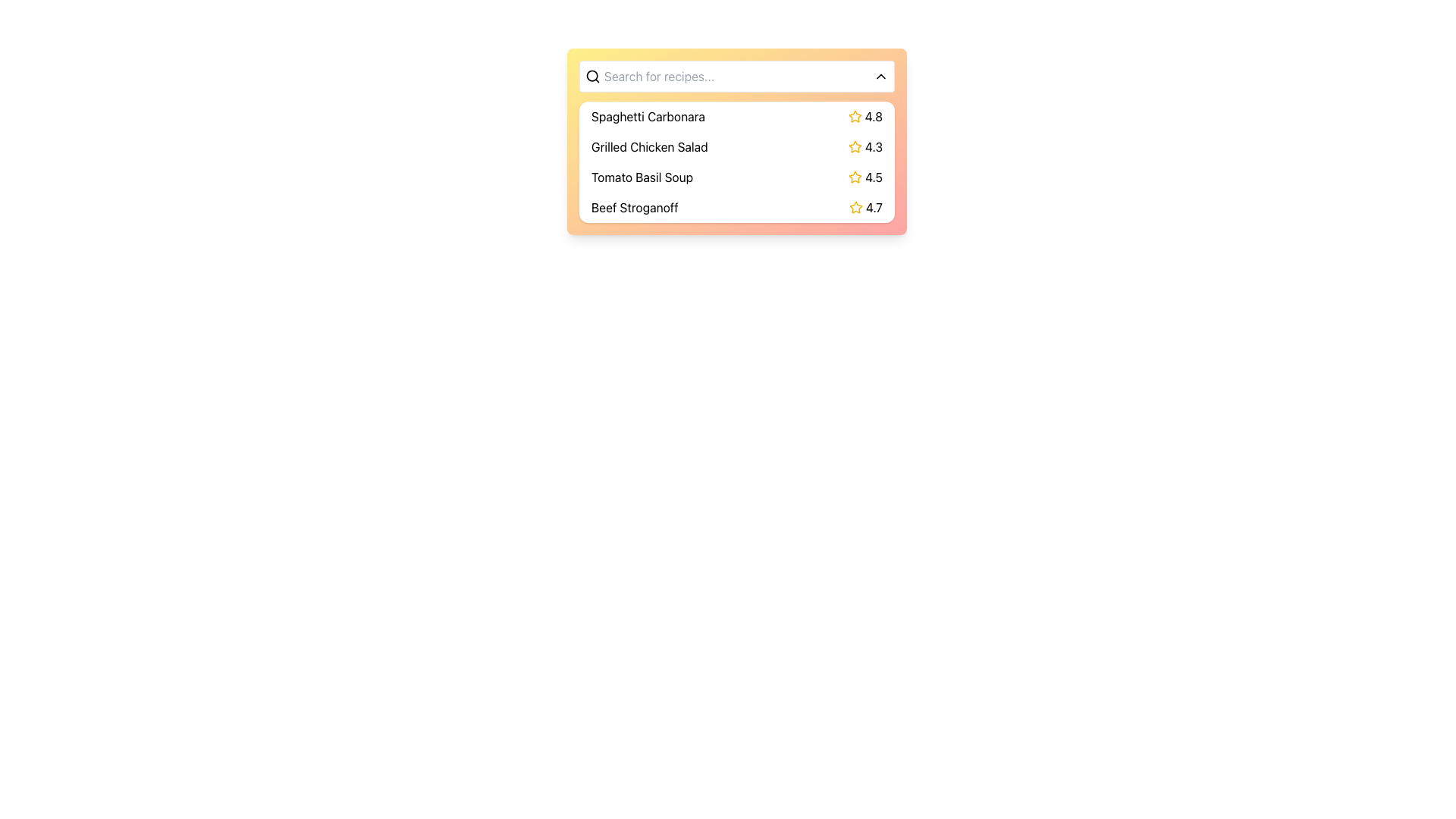 The height and width of the screenshot is (819, 1456). What do you see at coordinates (866, 207) in the screenshot?
I see `the text display showing the rating '4.7' for 'Beef Stroganoff', which is located on the right side of the item in the list box` at bounding box center [866, 207].